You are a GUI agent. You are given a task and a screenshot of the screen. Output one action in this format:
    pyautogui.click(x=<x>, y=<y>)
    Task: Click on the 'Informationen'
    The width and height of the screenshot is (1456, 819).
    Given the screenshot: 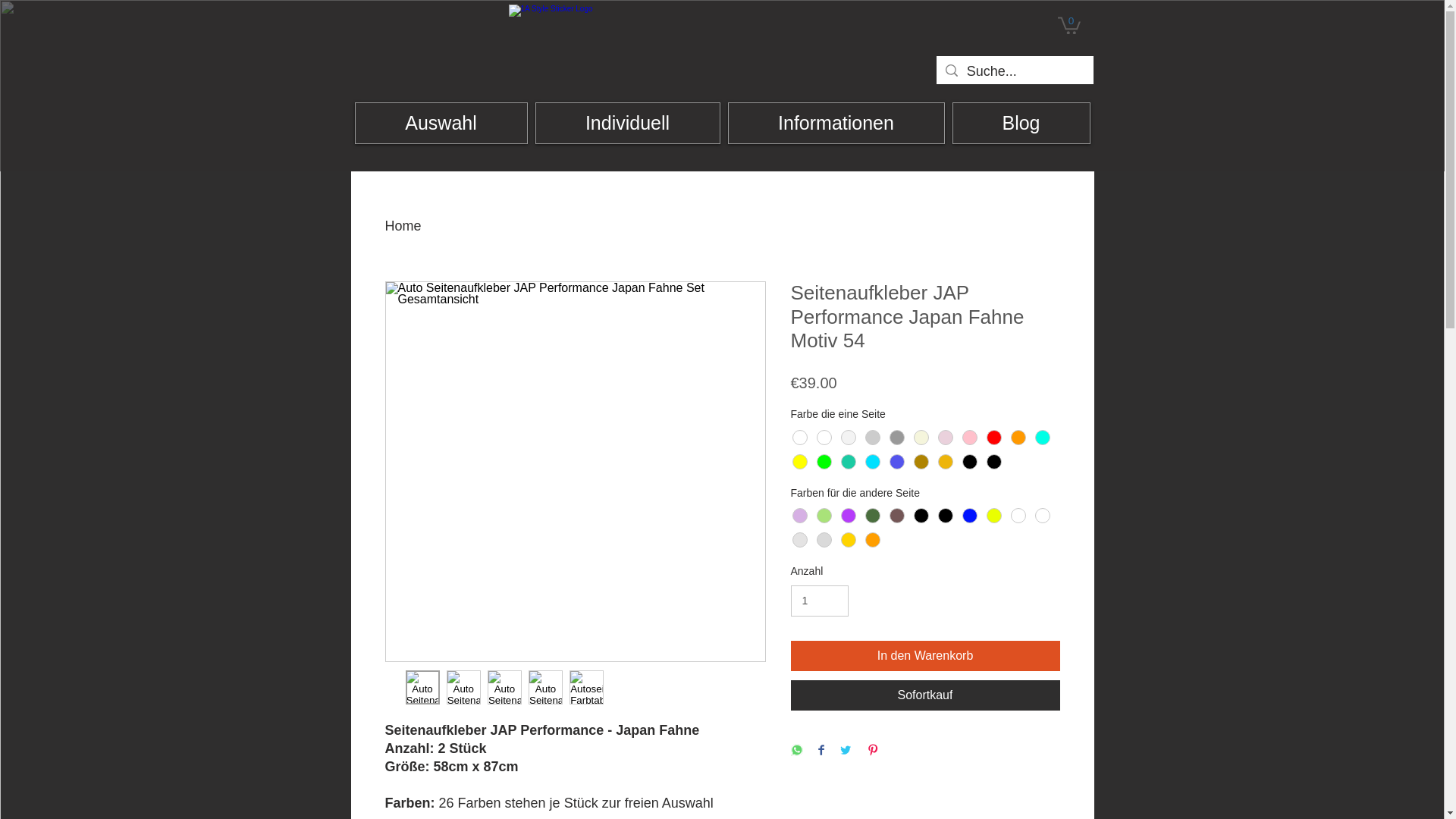 What is the action you would take?
    pyautogui.click(x=836, y=122)
    